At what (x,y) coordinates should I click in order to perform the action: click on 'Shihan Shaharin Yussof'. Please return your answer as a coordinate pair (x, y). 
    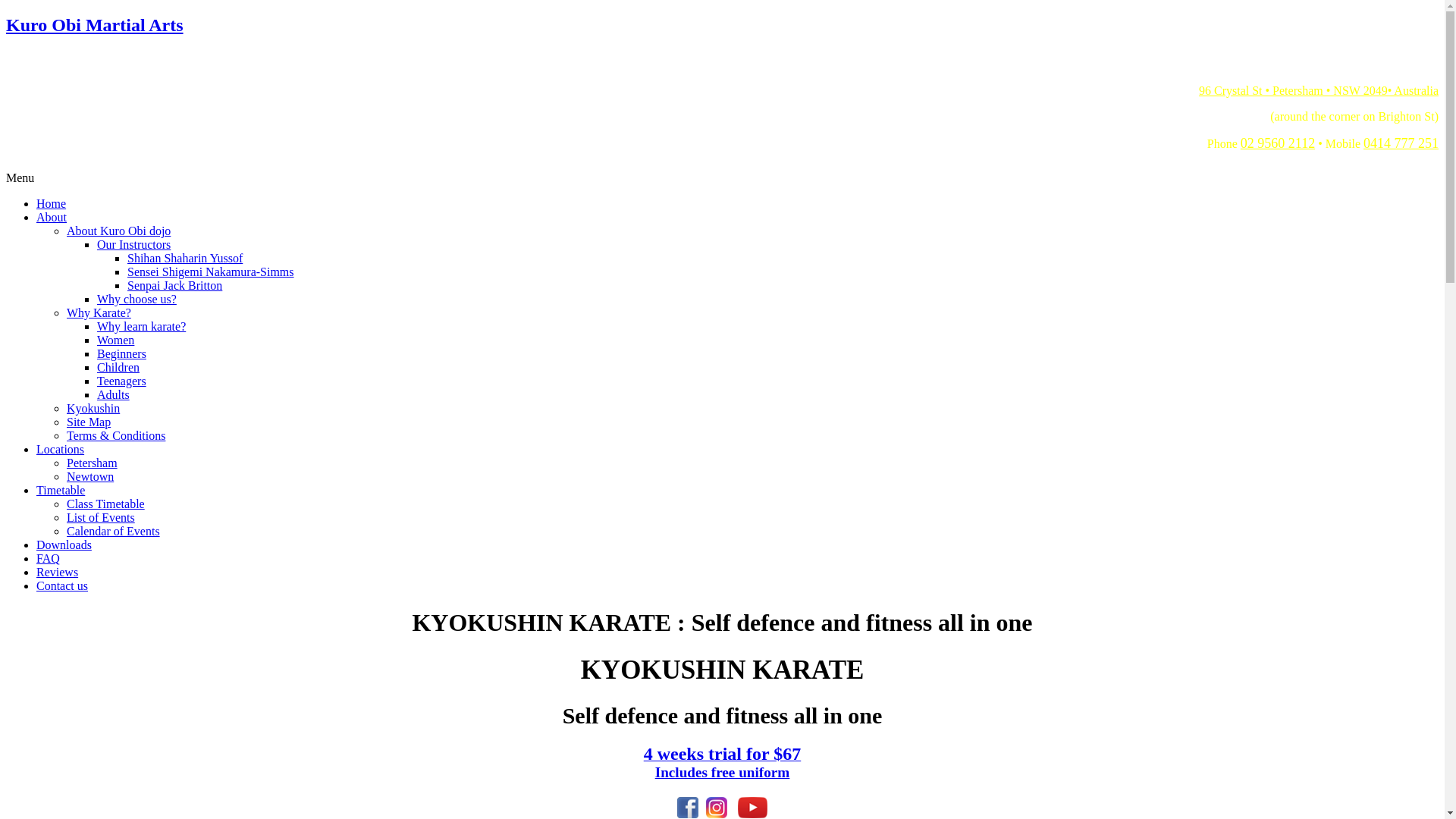
    Looking at the image, I should click on (184, 257).